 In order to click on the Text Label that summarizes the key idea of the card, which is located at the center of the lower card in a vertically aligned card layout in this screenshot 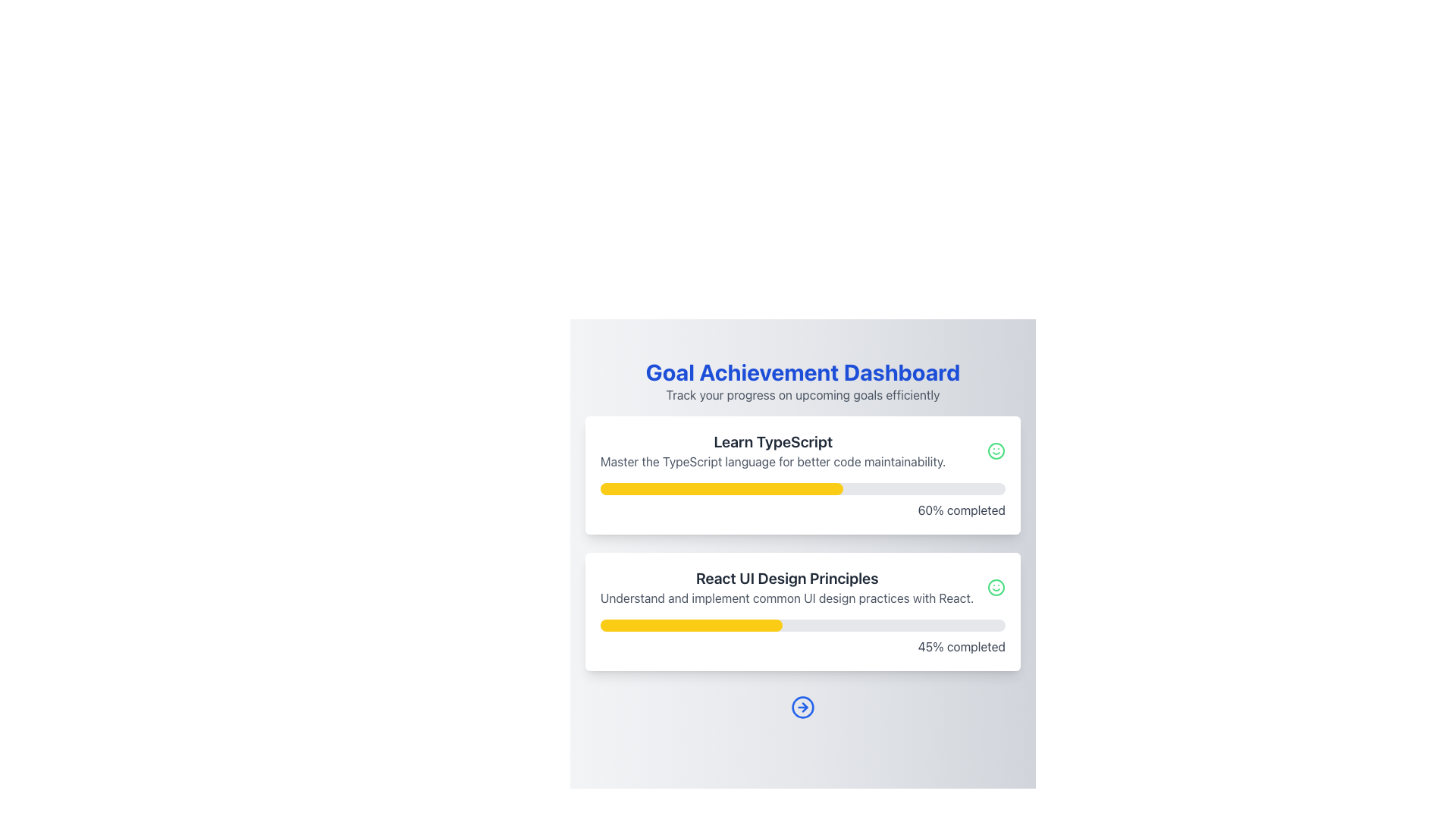, I will do `click(787, 579)`.